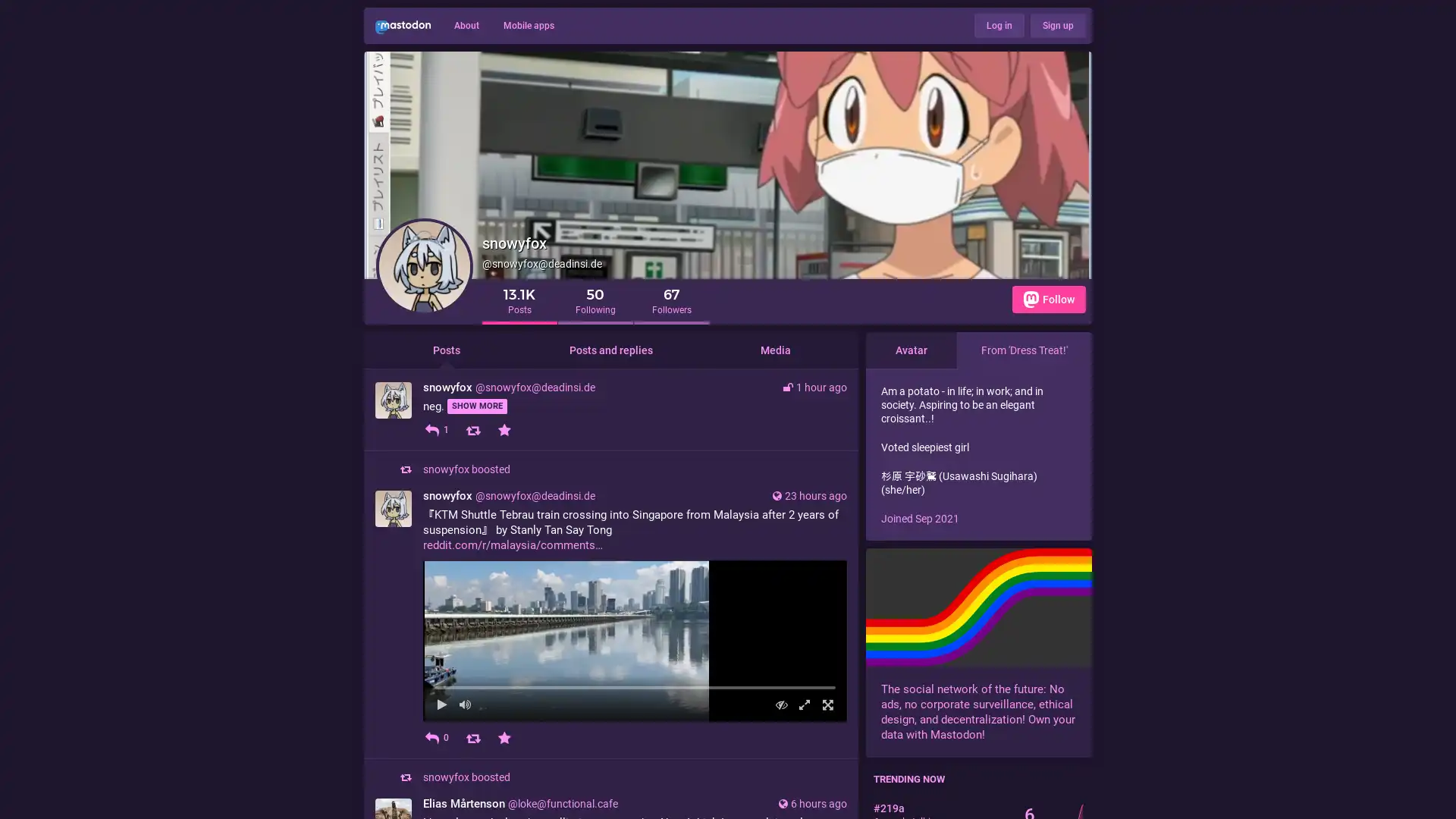 The image size is (1456, 819). I want to click on City skyline under a cloudy blue sky. In the foreground, a lake of still water, and a train line on a bridge over it. A yellow train slowly crosses., so click(635, 678).